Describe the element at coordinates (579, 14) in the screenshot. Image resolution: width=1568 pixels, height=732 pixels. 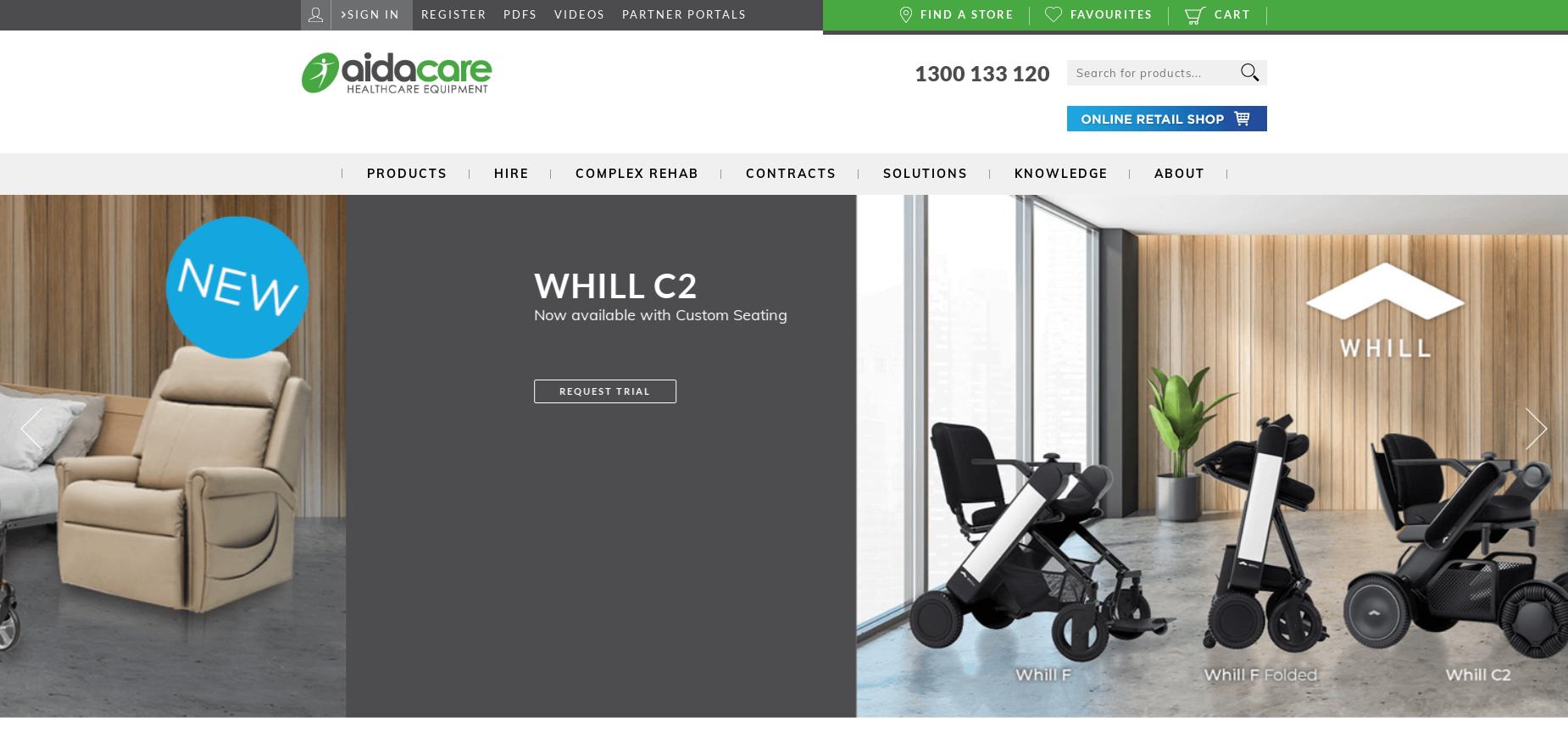
I see `'Videos'` at that location.